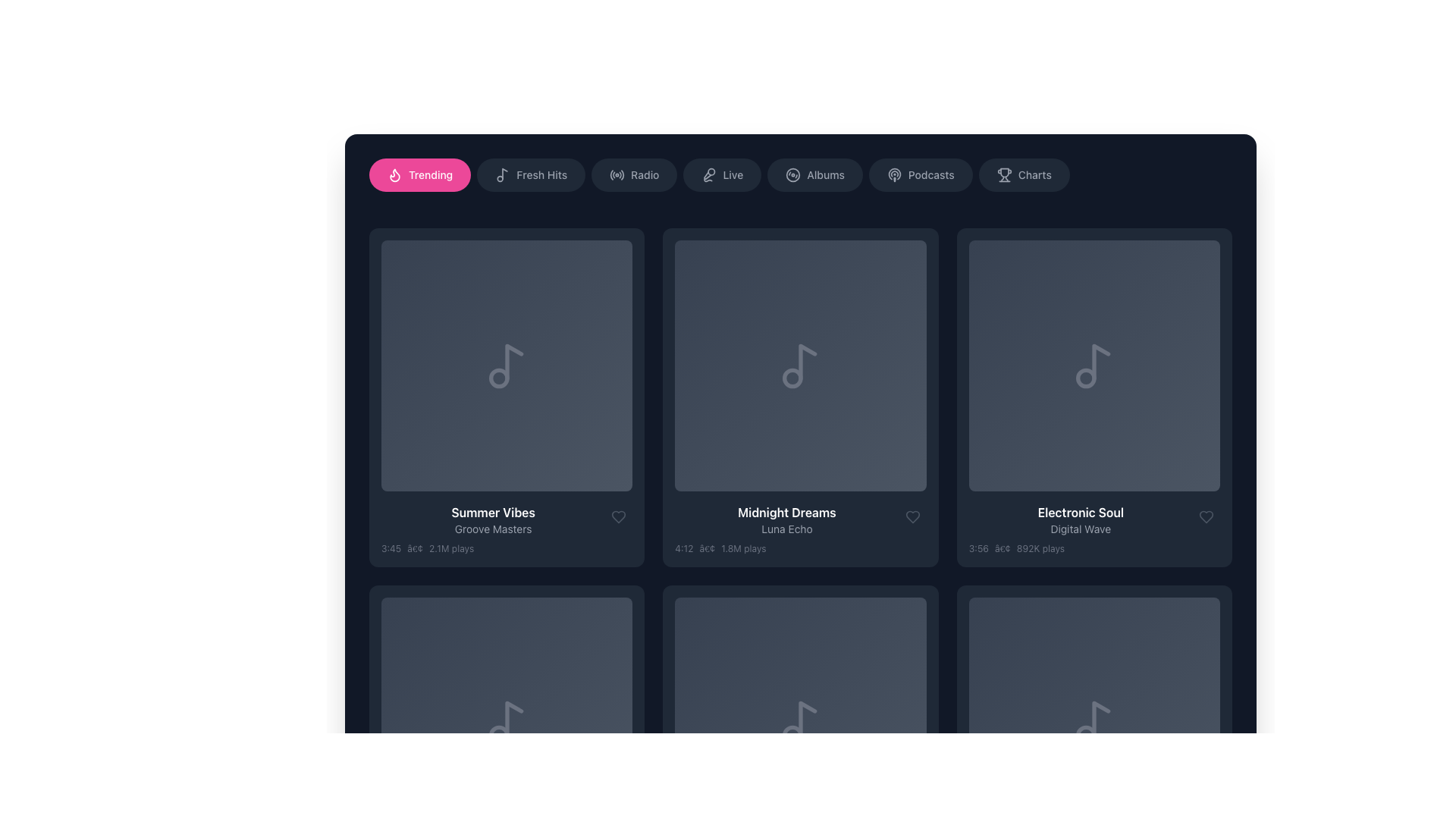  What do you see at coordinates (800, 397) in the screenshot?
I see `the second music card in the top row of the grid` at bounding box center [800, 397].